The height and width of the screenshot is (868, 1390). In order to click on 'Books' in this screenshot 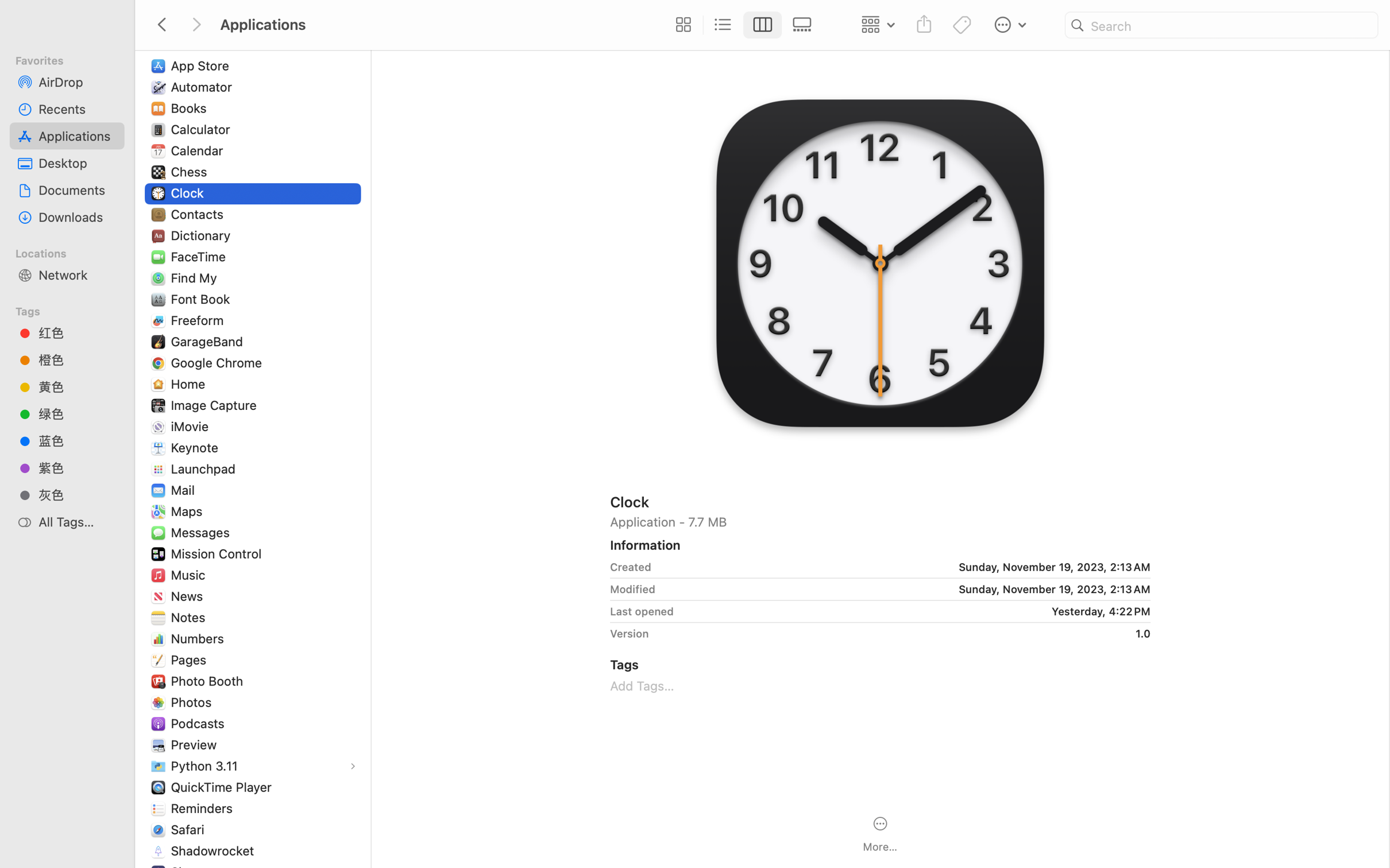, I will do `click(191, 107)`.